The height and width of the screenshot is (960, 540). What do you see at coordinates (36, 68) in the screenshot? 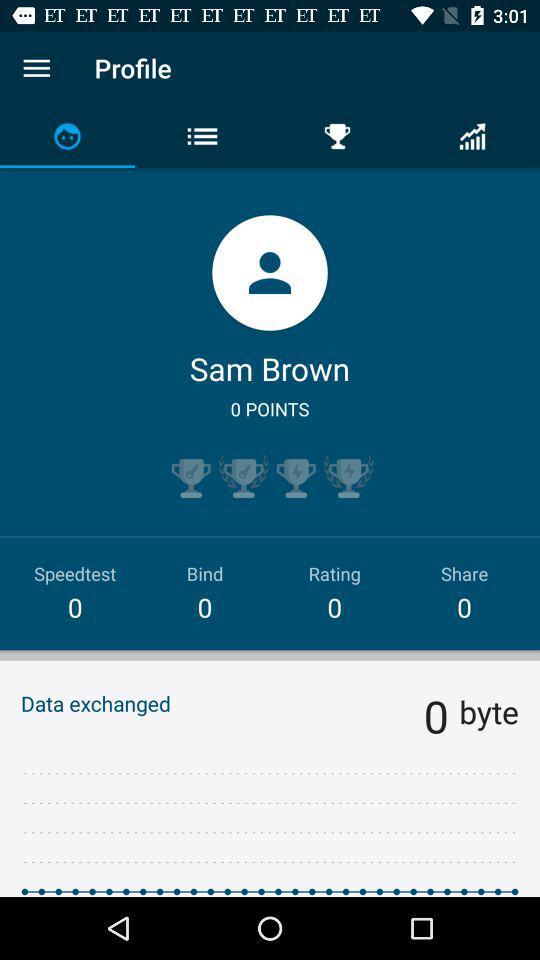
I see `more options` at bounding box center [36, 68].